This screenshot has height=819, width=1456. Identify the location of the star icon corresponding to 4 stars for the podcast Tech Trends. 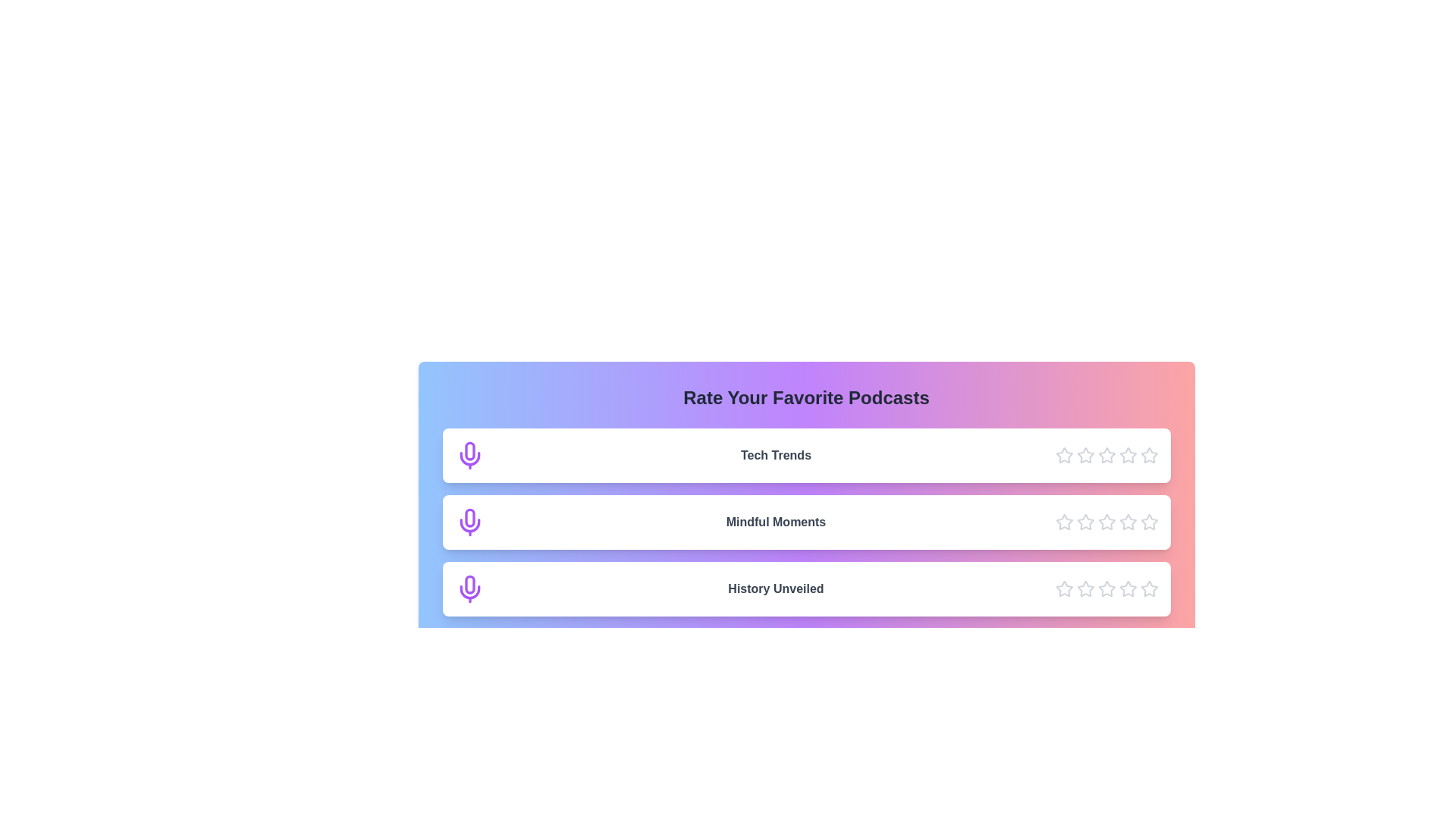
(1128, 455).